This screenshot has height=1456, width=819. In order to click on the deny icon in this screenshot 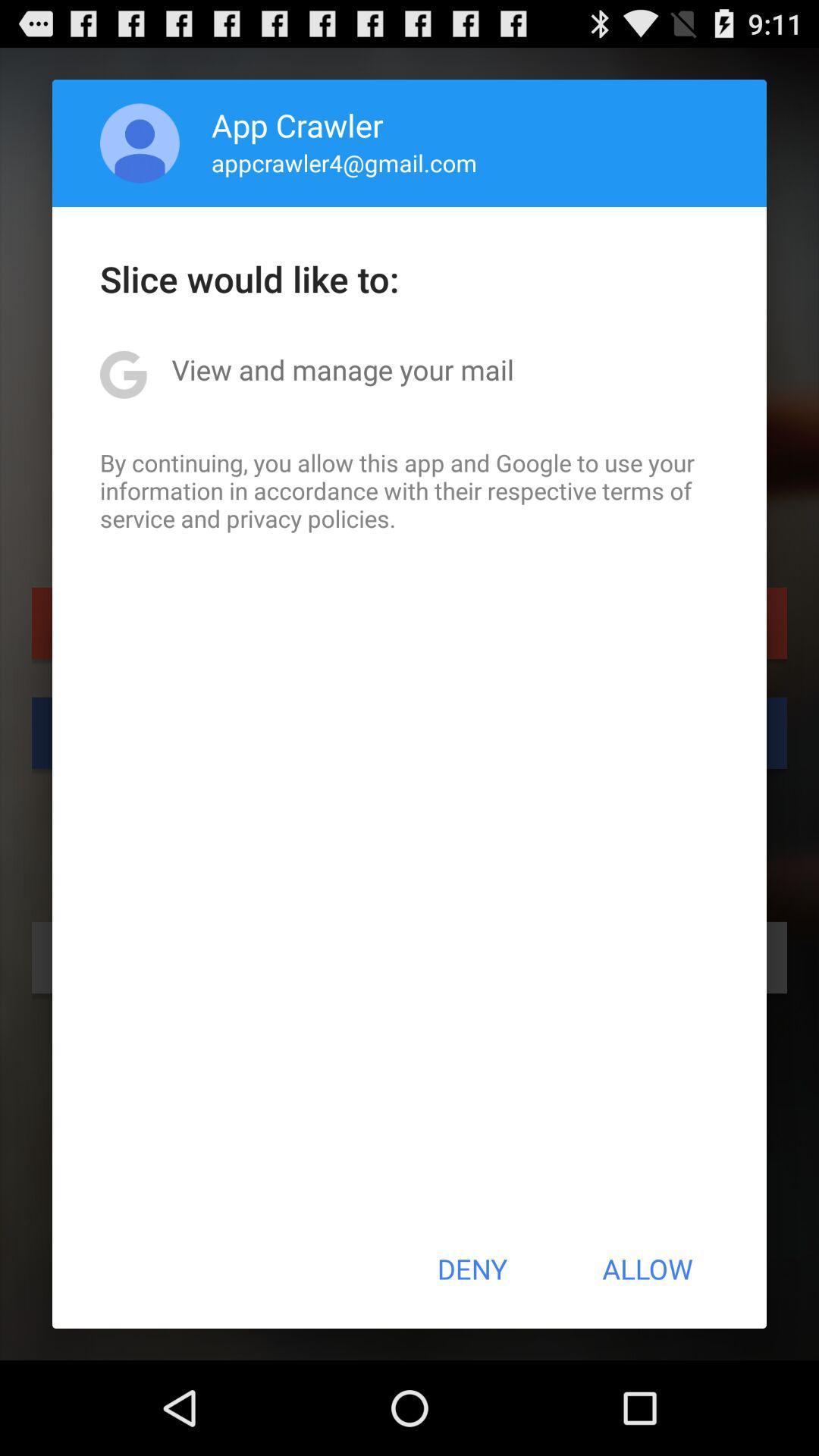, I will do `click(471, 1269)`.